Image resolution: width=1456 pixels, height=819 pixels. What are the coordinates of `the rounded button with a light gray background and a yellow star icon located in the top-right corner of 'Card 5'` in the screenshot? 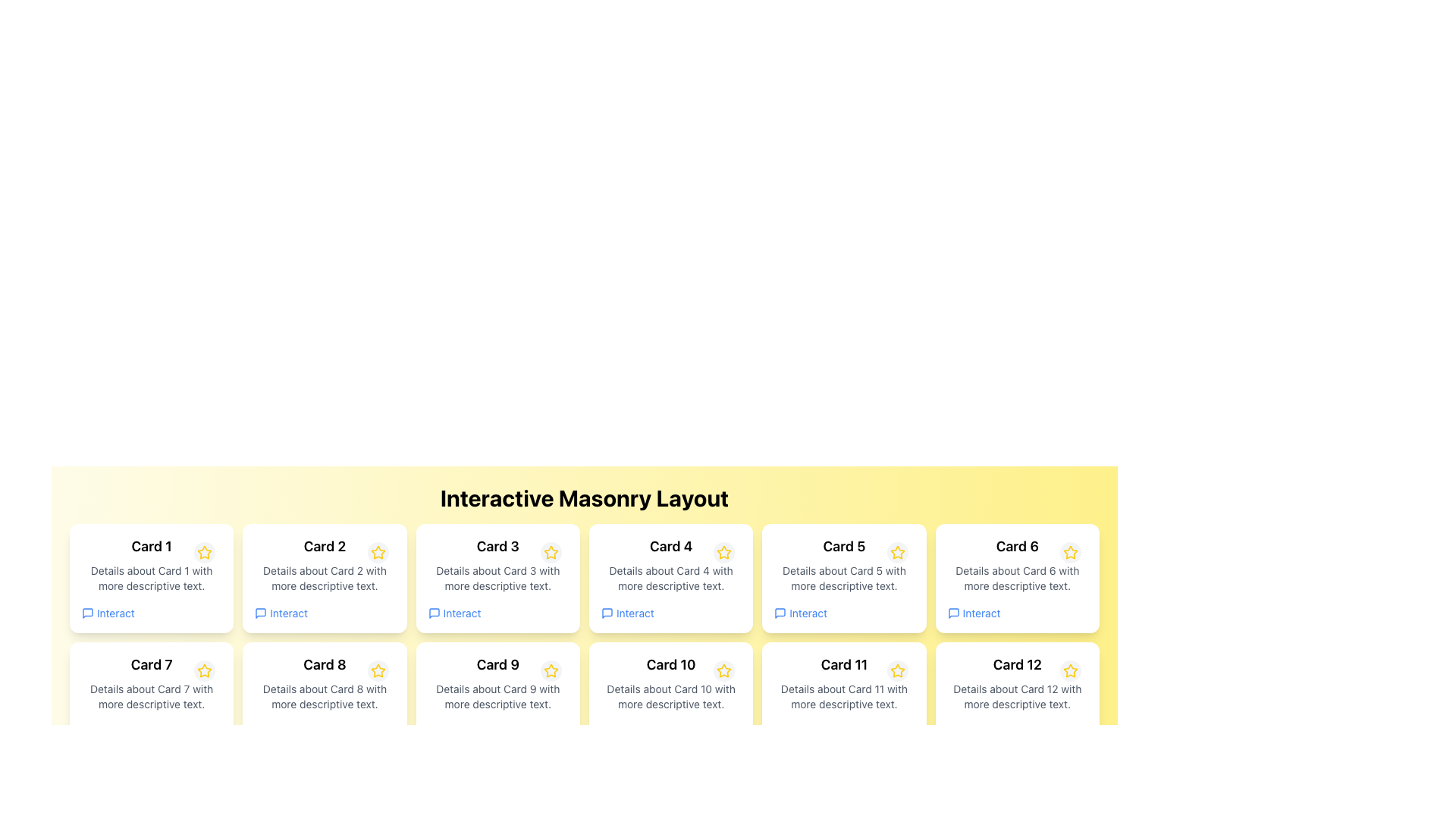 It's located at (897, 553).